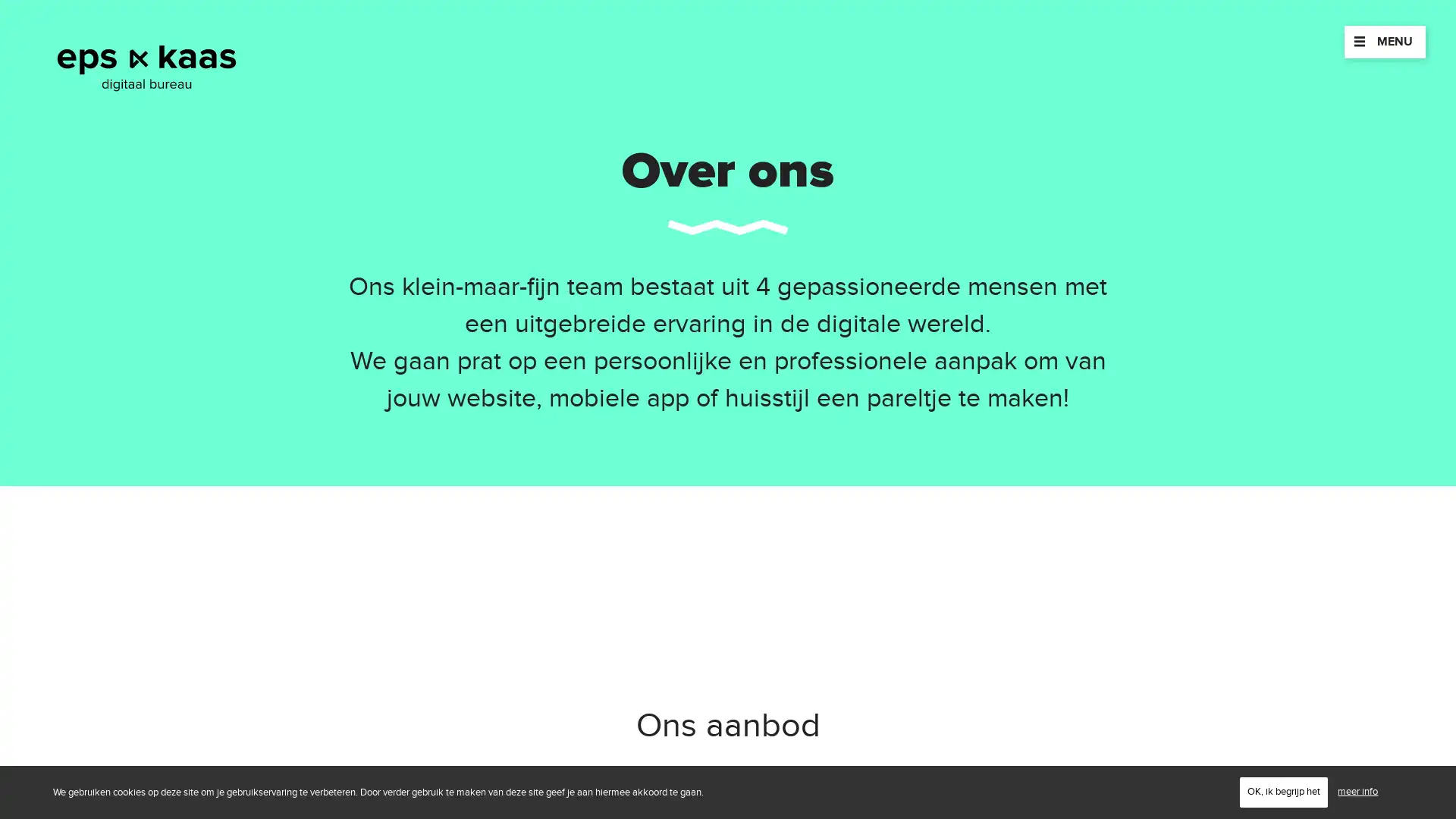 The width and height of the screenshot is (1456, 819). I want to click on OK, ik begrijp het, so click(1283, 791).